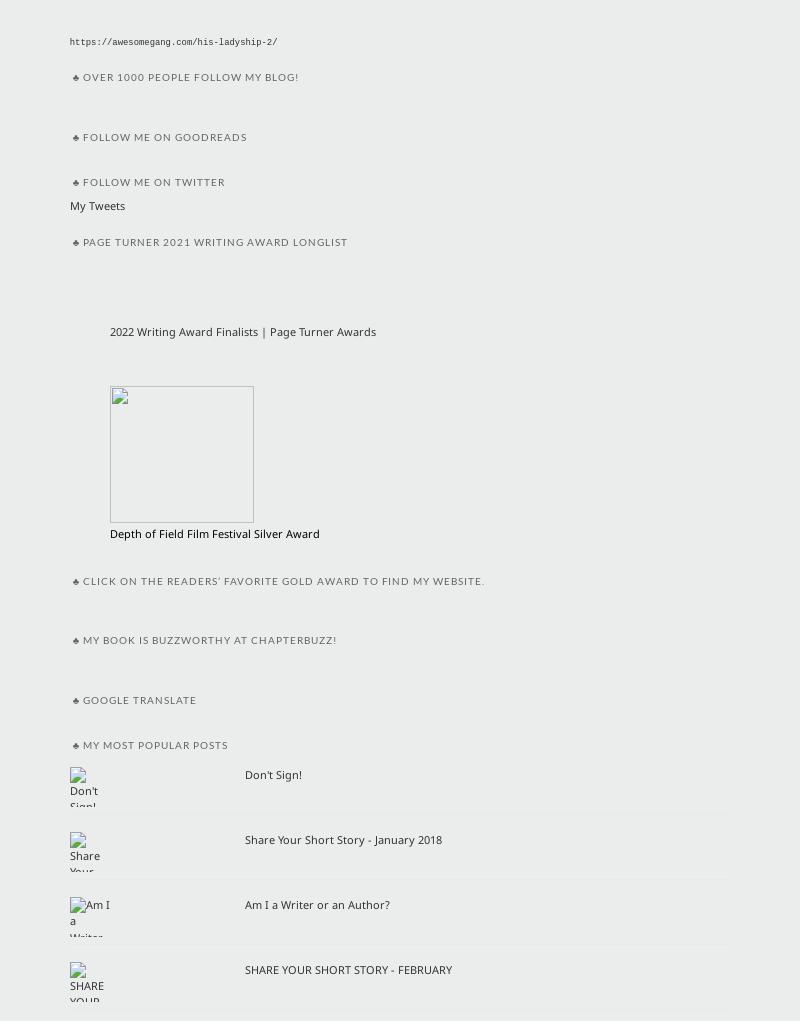 This screenshot has width=800, height=1021. What do you see at coordinates (155, 744) in the screenshot?
I see `'My Most Popular Posts'` at bounding box center [155, 744].